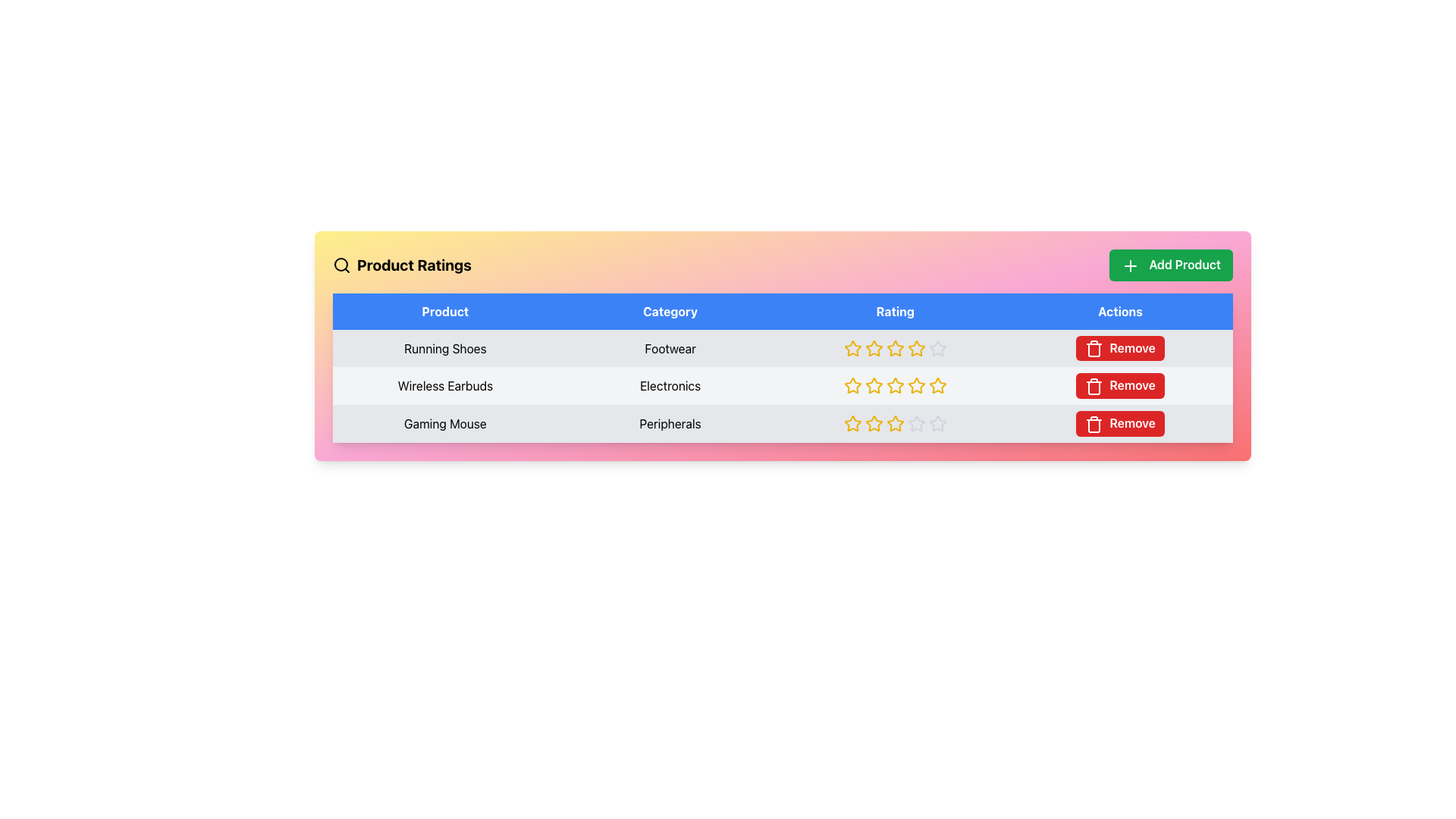 Image resolution: width=1456 pixels, height=819 pixels. Describe the element at coordinates (1094, 350) in the screenshot. I see `the 'Remove' icon in the 'Actions' section of the table for the product 'Wireless Earbuds'` at that location.